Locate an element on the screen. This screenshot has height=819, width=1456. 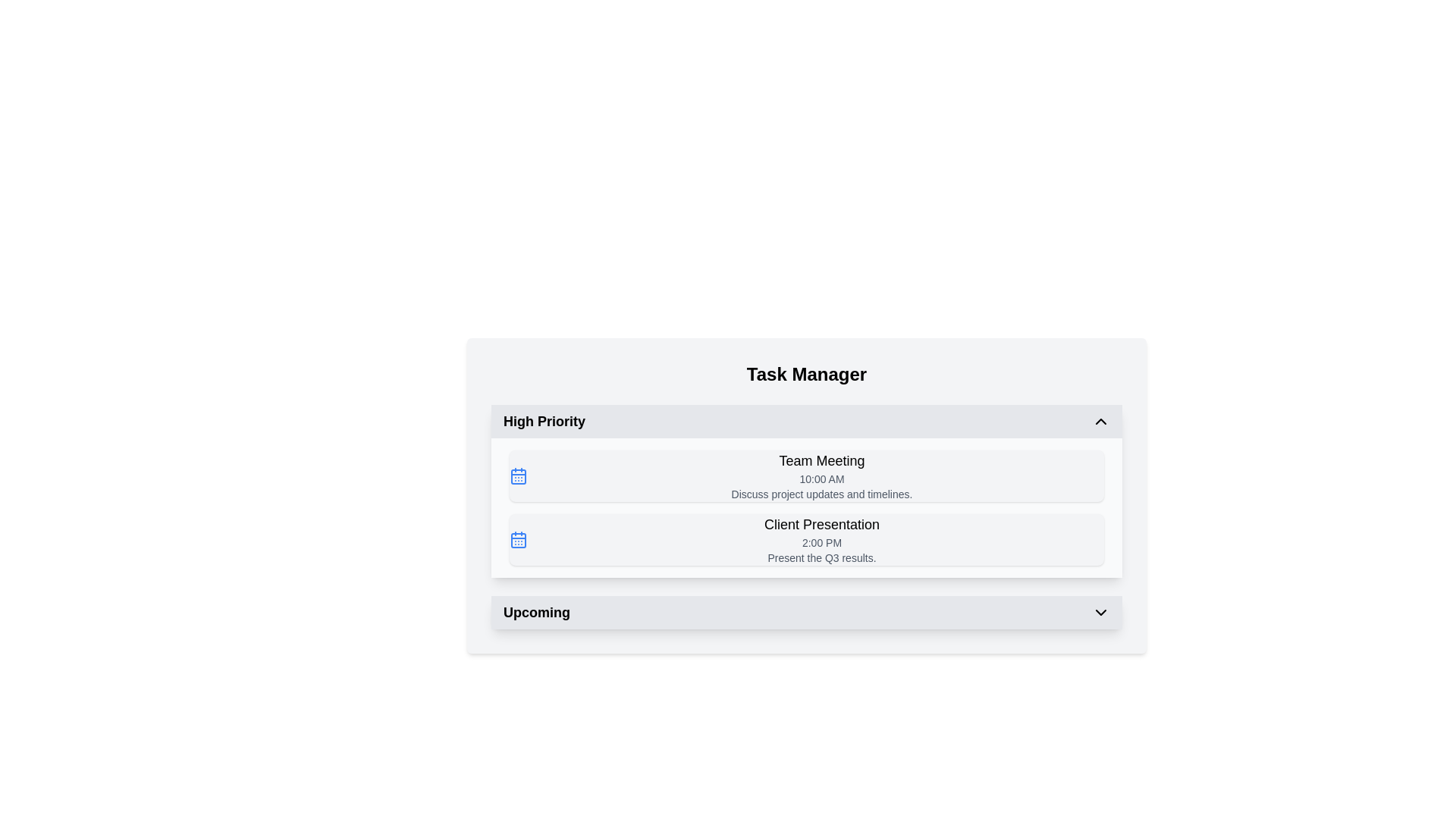
the text label providing information about the 'Team Meeting' task, which is located in the 'High Priority' section, positioned below '10:00 AM' and above the next task entry is located at coordinates (821, 494).